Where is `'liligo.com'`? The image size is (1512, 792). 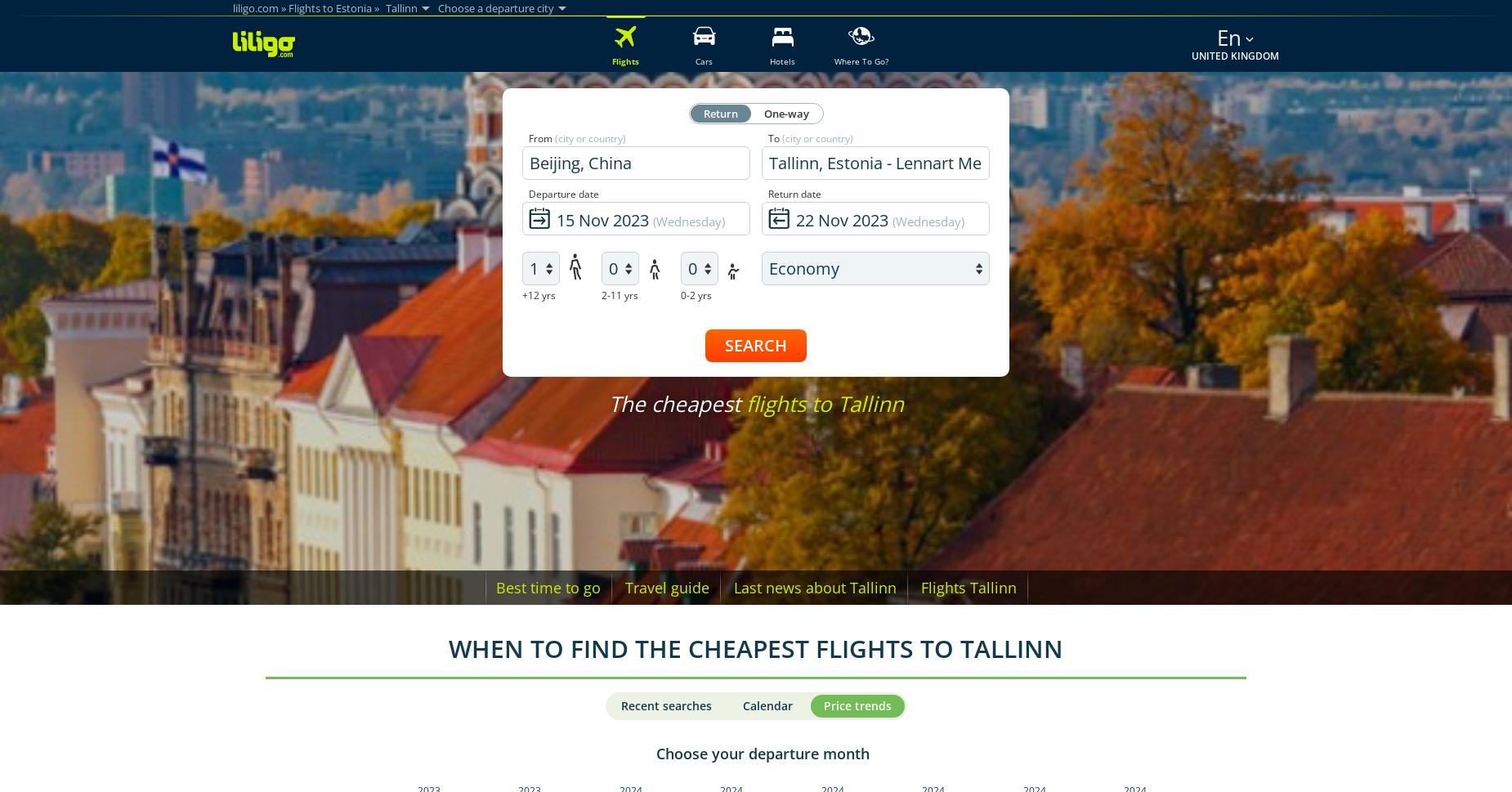 'liligo.com' is located at coordinates (232, 7).